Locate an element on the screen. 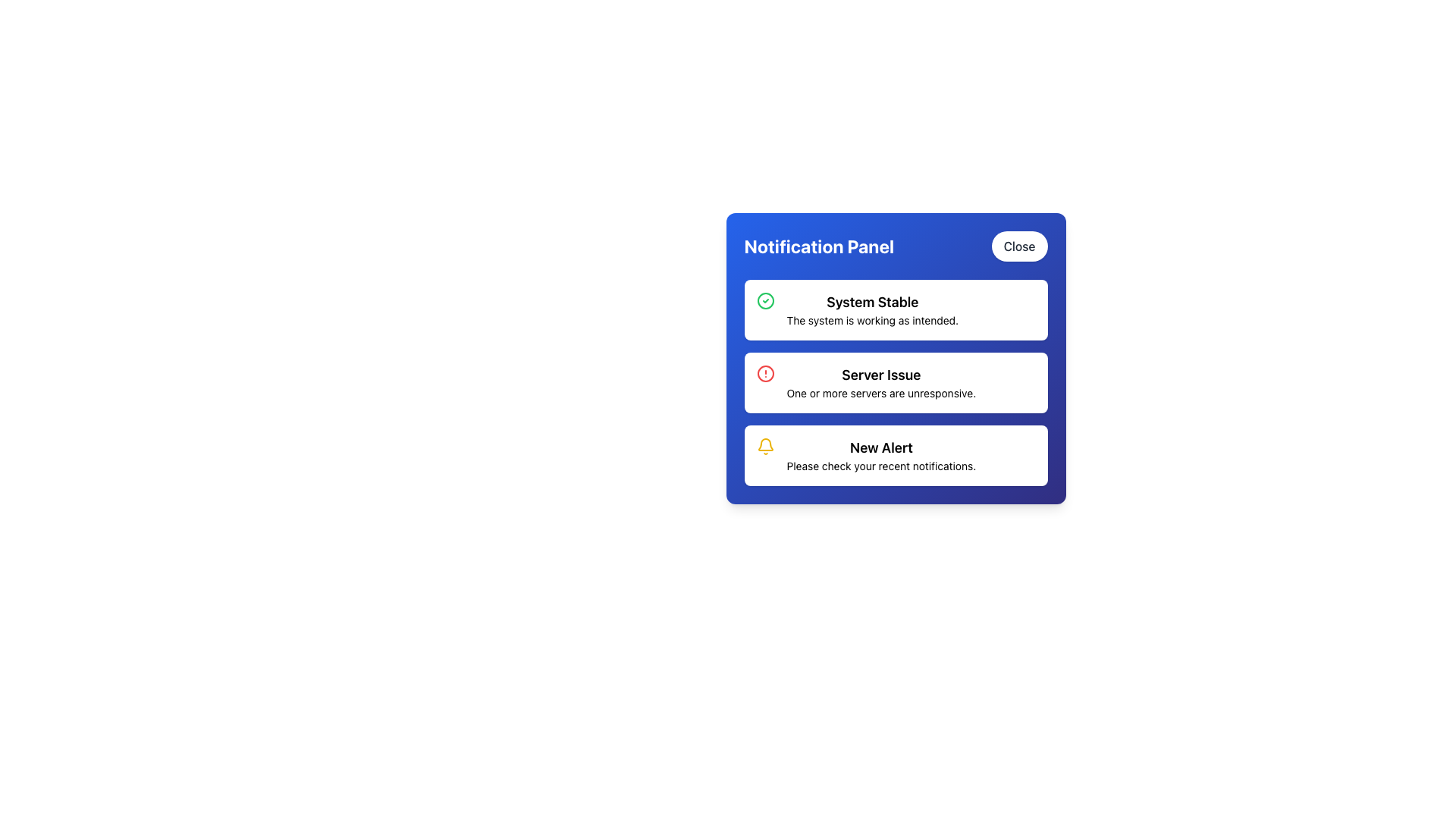 The image size is (1456, 819). the text label that informs the user about the current server issue, located directly beneath the 'Server Issue' heading in the notification panel is located at coordinates (881, 393).